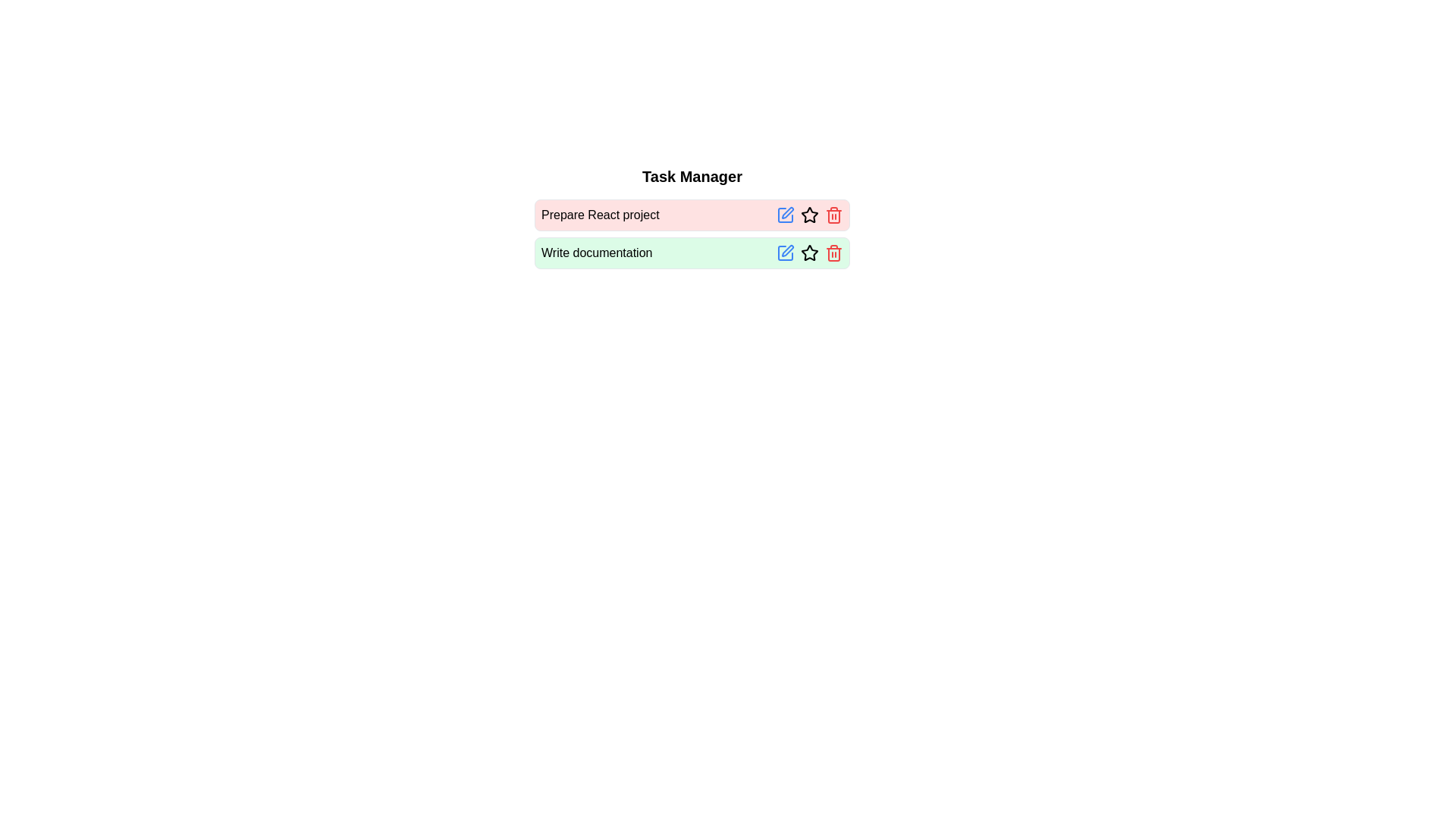 The width and height of the screenshot is (1456, 819). I want to click on the leftmost icon button in the top task row labeled 'Prepare React project', so click(786, 215).